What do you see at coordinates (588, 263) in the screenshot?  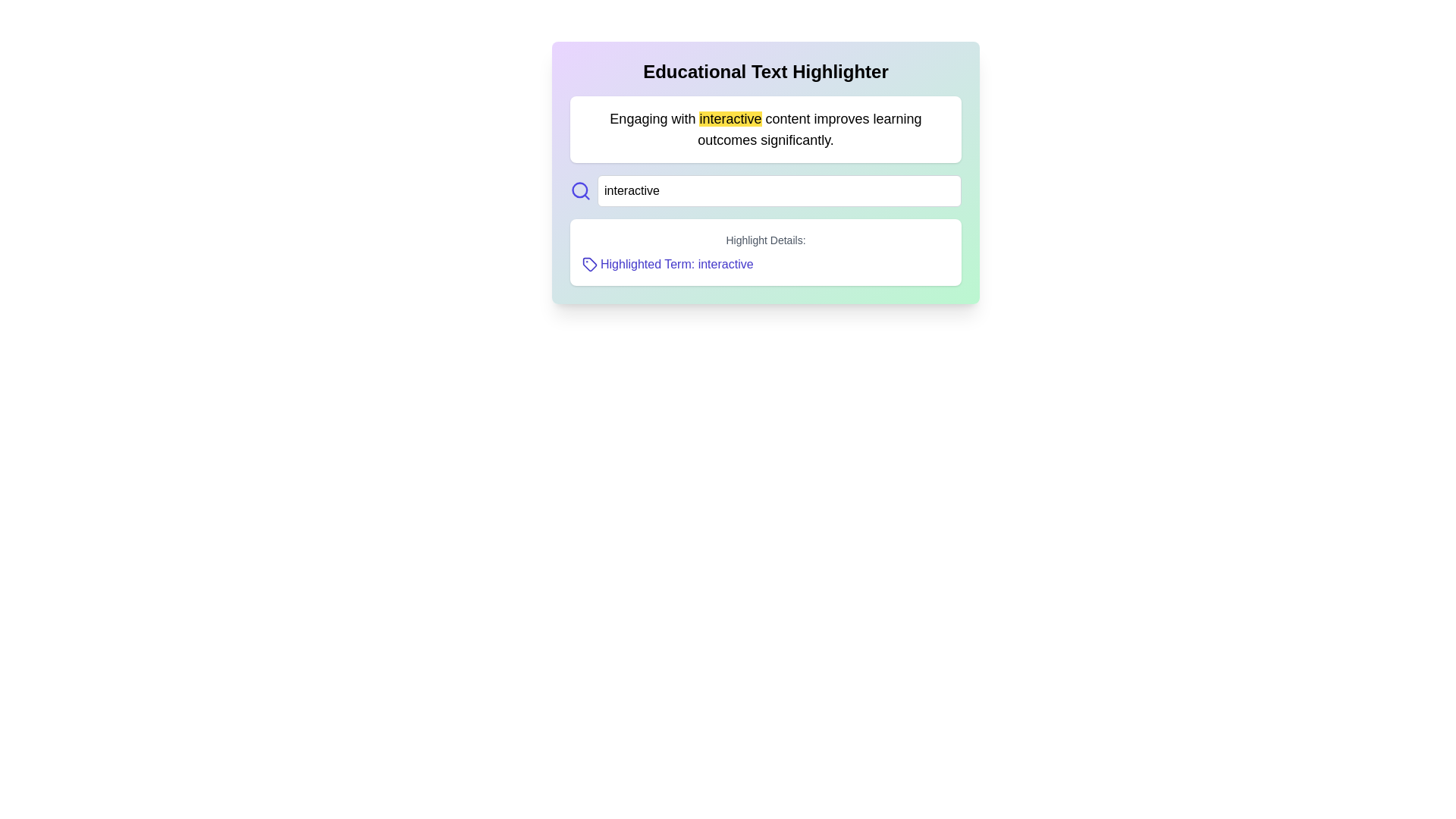 I see `the stylized tag icon located in the top-left corner of the 'Highlight Details' section, which precedes the 'Highlighted Term: interactive' text` at bounding box center [588, 263].